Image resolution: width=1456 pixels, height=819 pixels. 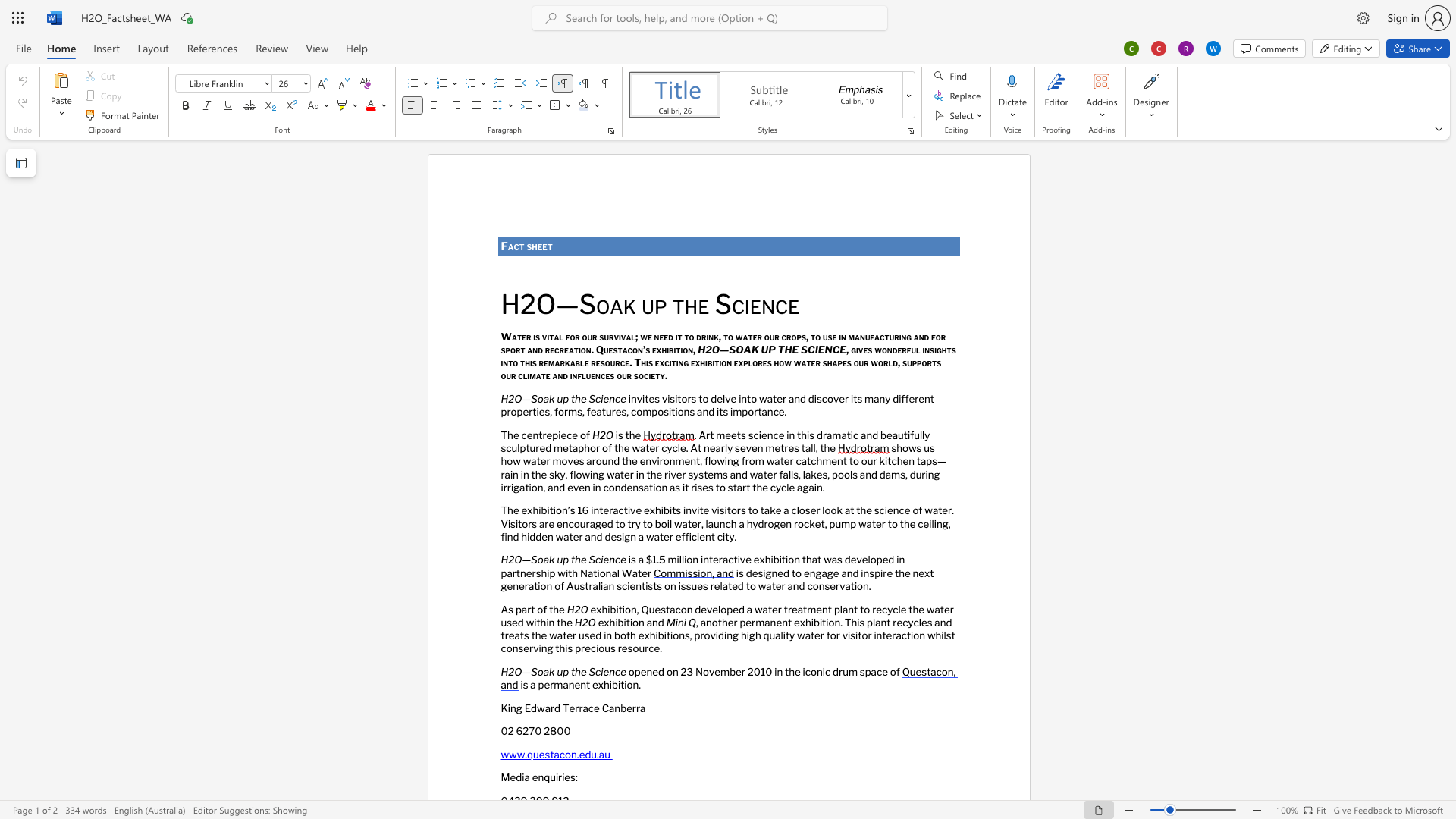 I want to click on the 4th character "t" in the text, so click(x=686, y=335).